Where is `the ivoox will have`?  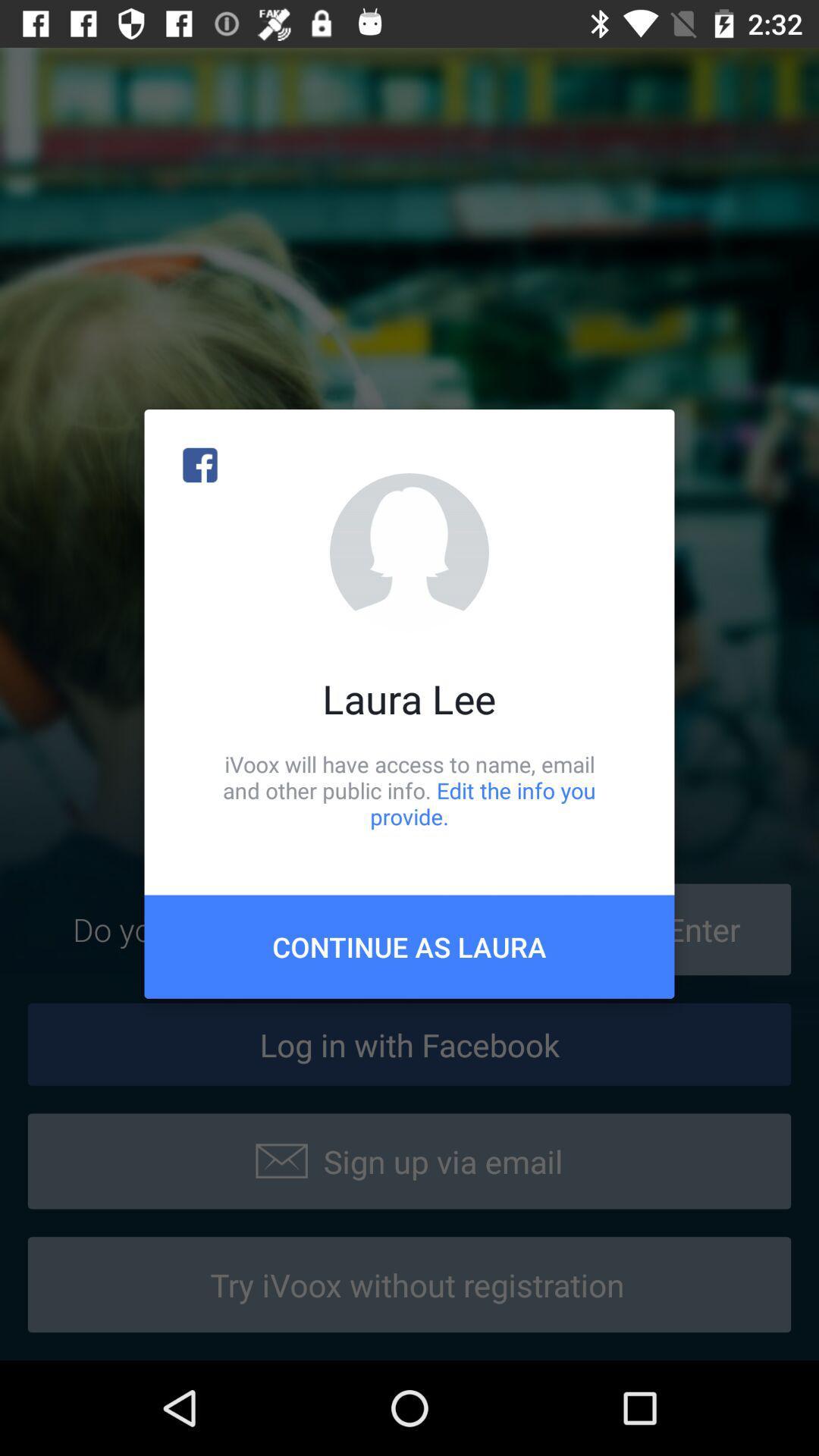
the ivoox will have is located at coordinates (409, 789).